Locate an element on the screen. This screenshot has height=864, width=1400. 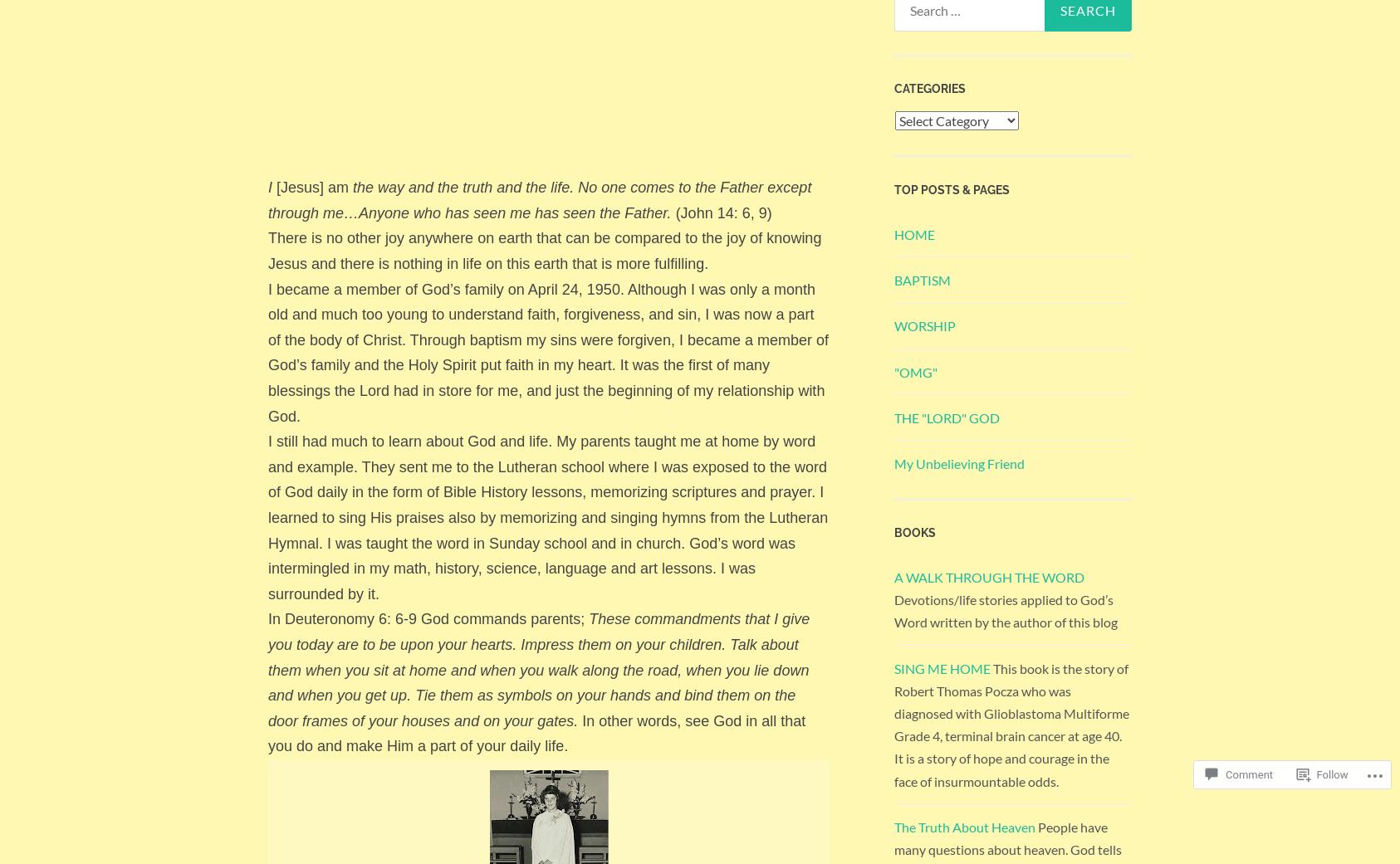
'Follow' is located at coordinates (1332, 772).